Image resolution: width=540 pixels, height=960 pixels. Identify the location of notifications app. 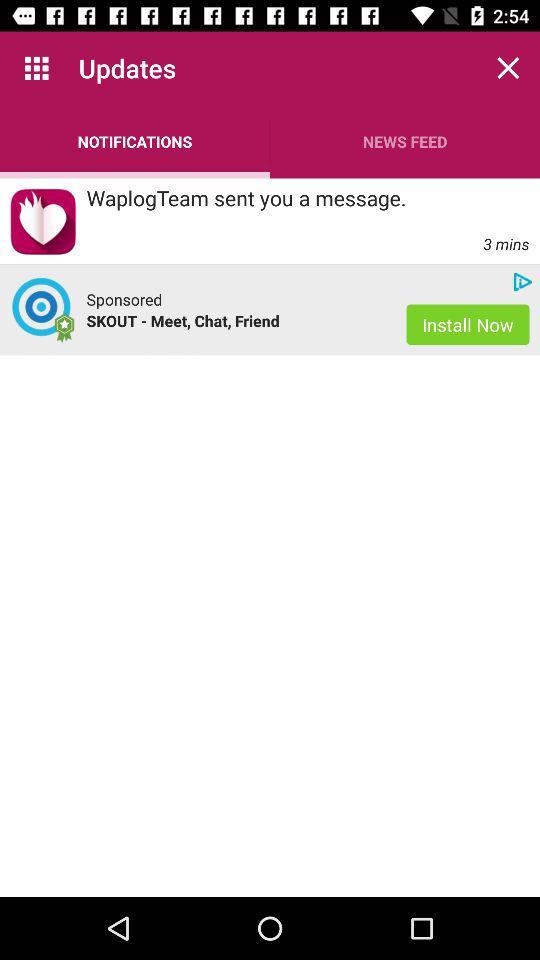
(135, 140).